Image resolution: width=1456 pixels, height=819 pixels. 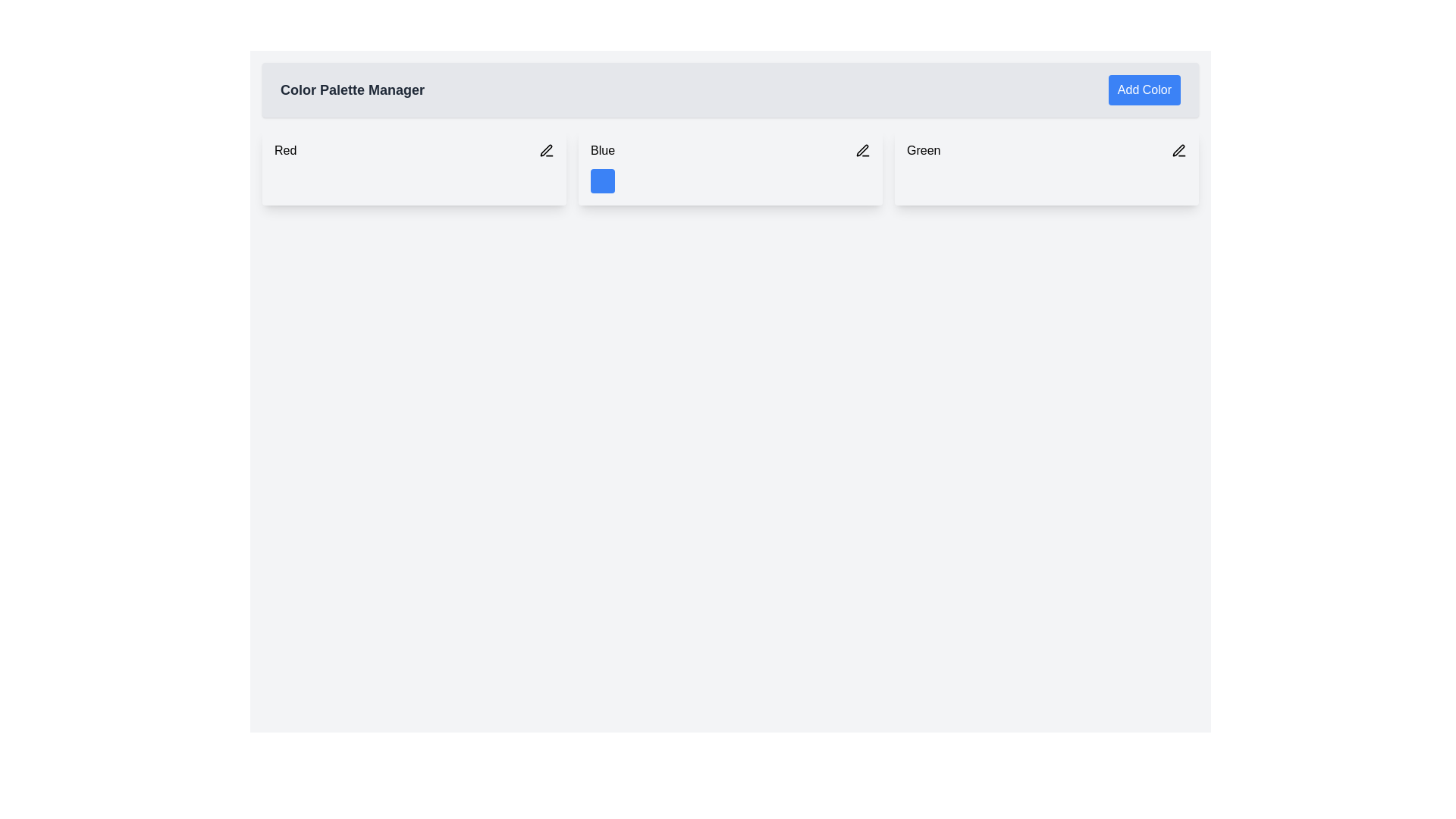 I want to click on the button located in the upper-right corner of the 'Color Palette Manager' gray bar, so click(x=1144, y=90).